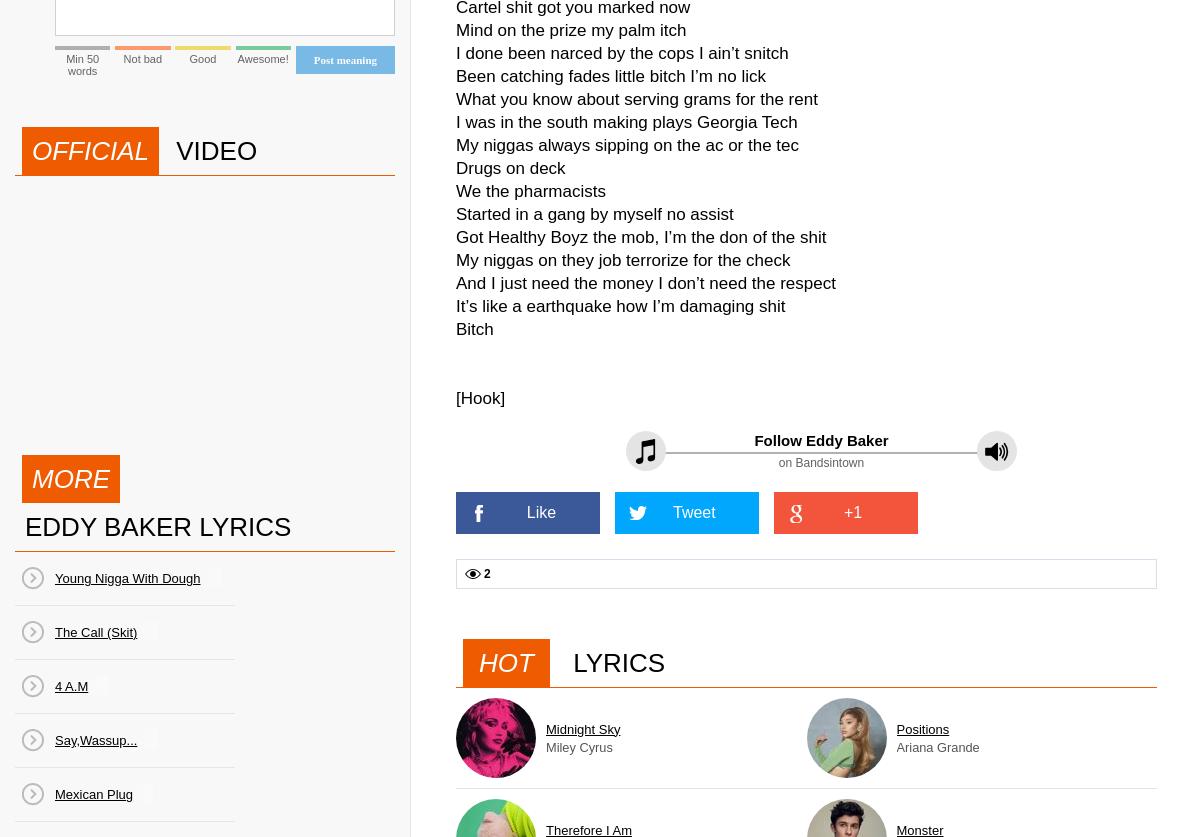  Describe the element at coordinates (620, 53) in the screenshot. I see `'I done been narced by the cops I ain’t snitch'` at that location.